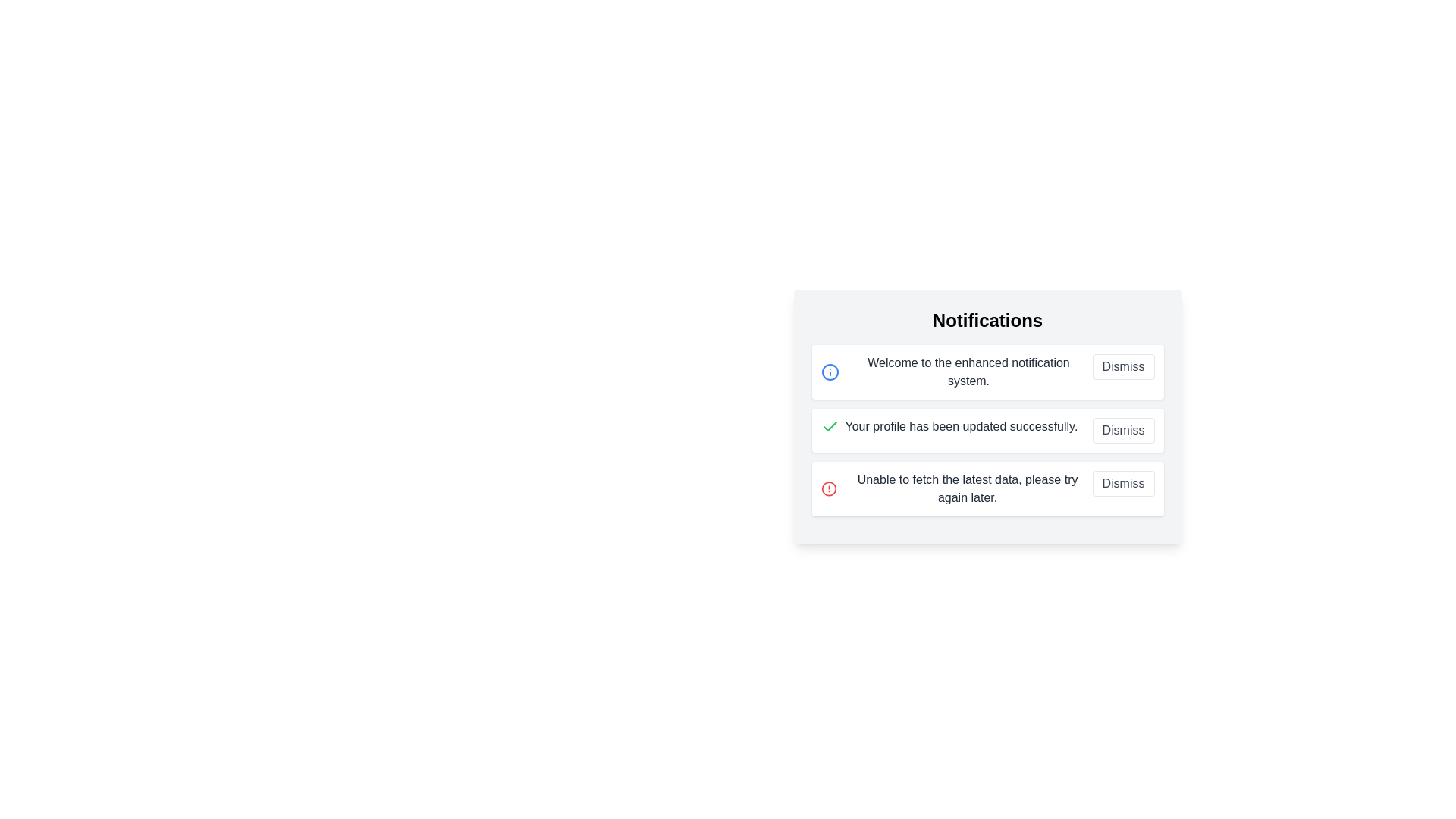  I want to click on the 'Dismiss' button located in the bottom-right corner of the notification box that displays the message 'Unable to fetch the latest data, please try again later.', so click(1123, 483).